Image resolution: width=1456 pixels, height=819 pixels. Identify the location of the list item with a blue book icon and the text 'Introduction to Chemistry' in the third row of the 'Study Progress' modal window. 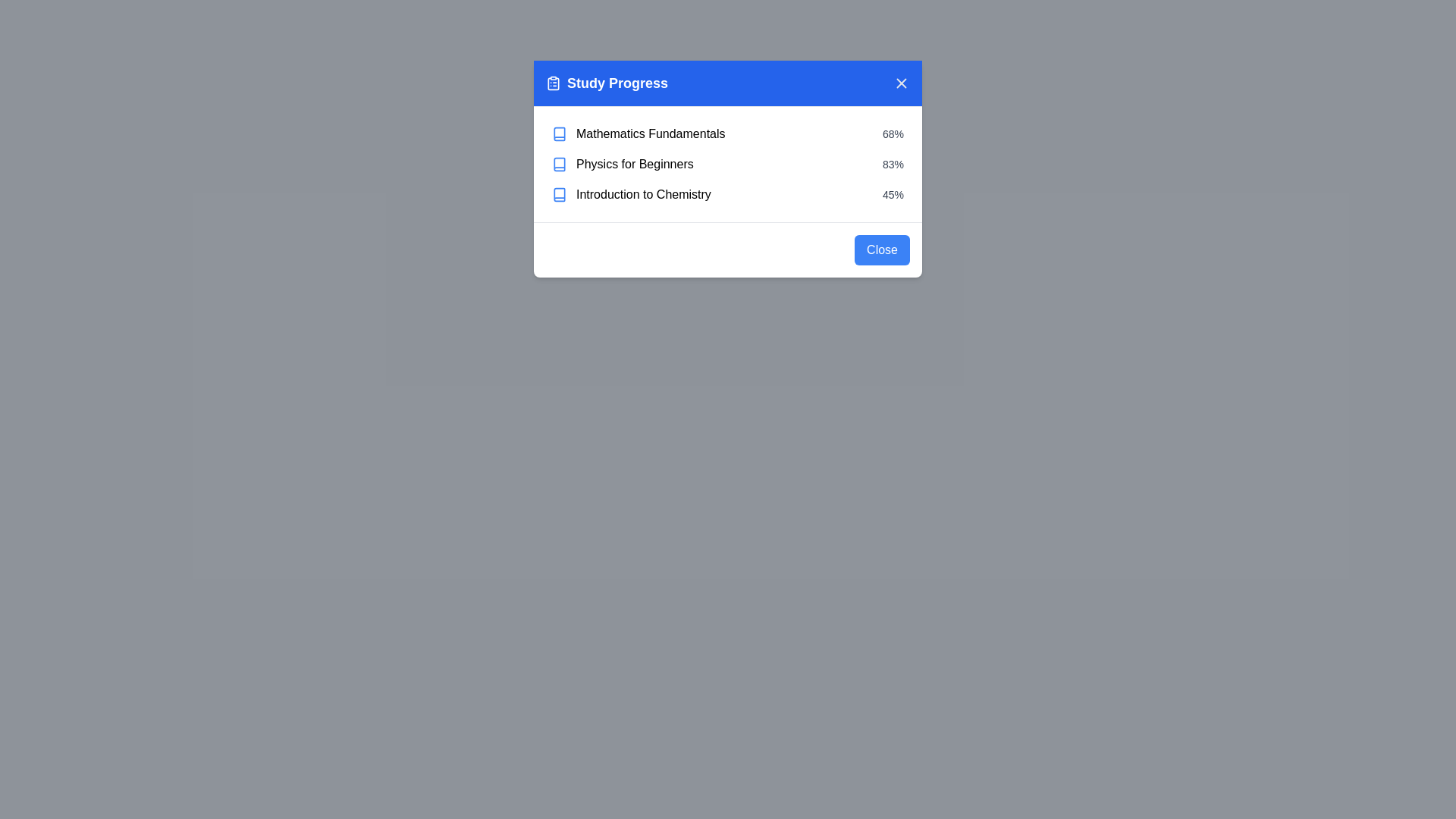
(631, 194).